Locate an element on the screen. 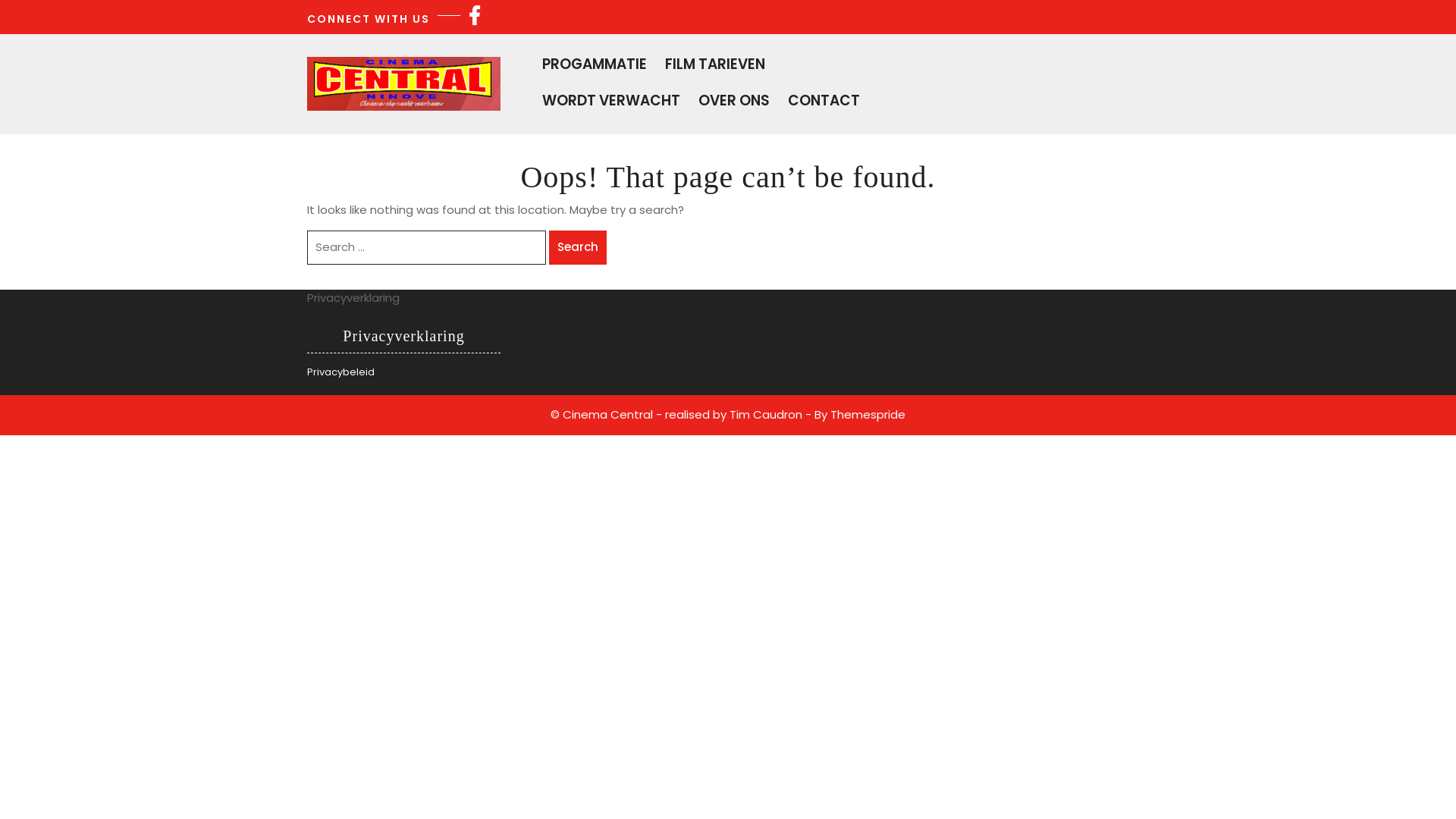 This screenshot has width=1456, height=819. 'CONTACT' is located at coordinates (787, 99).